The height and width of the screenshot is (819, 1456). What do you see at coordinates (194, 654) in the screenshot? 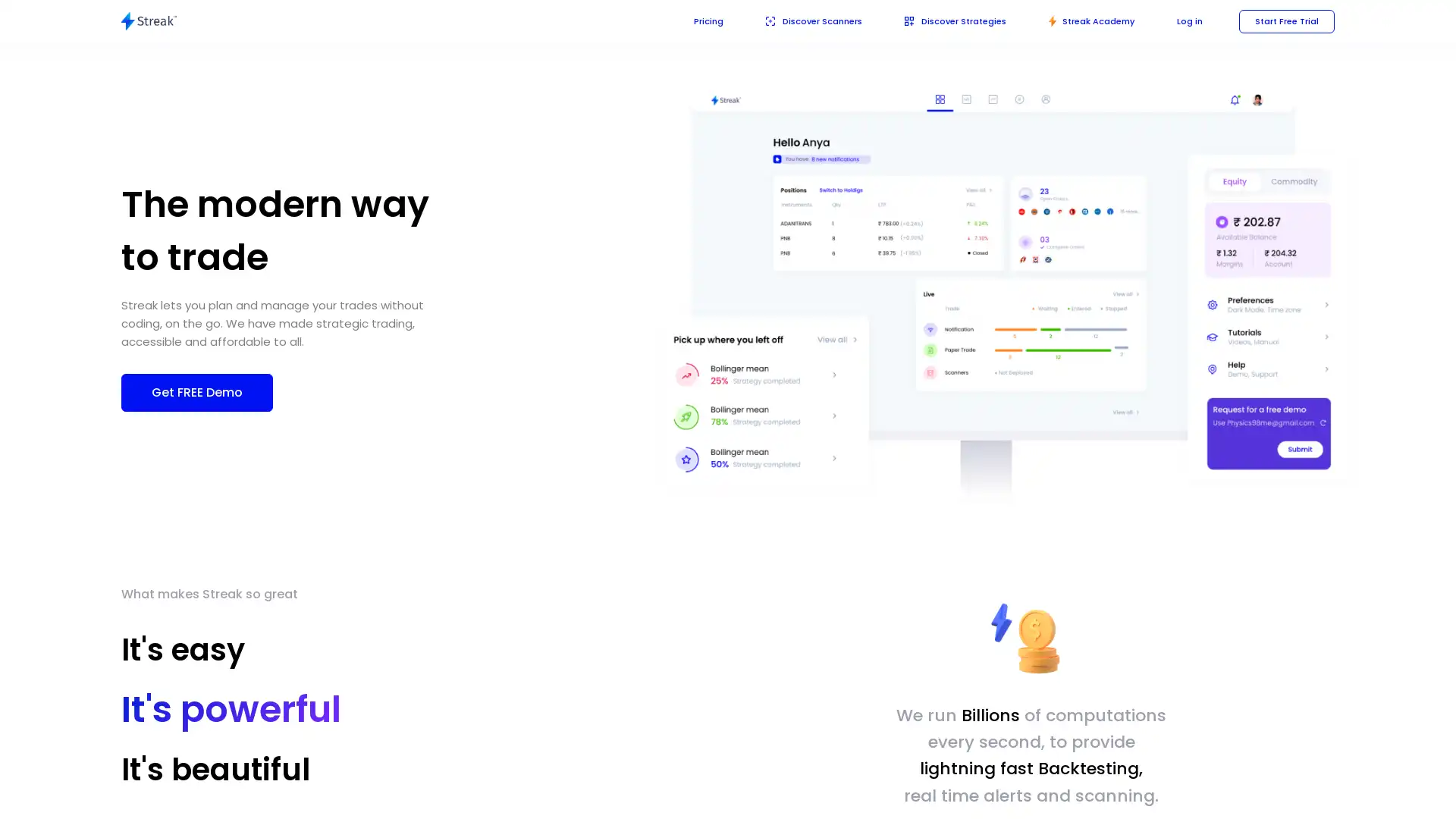
I see `It's easy` at bounding box center [194, 654].